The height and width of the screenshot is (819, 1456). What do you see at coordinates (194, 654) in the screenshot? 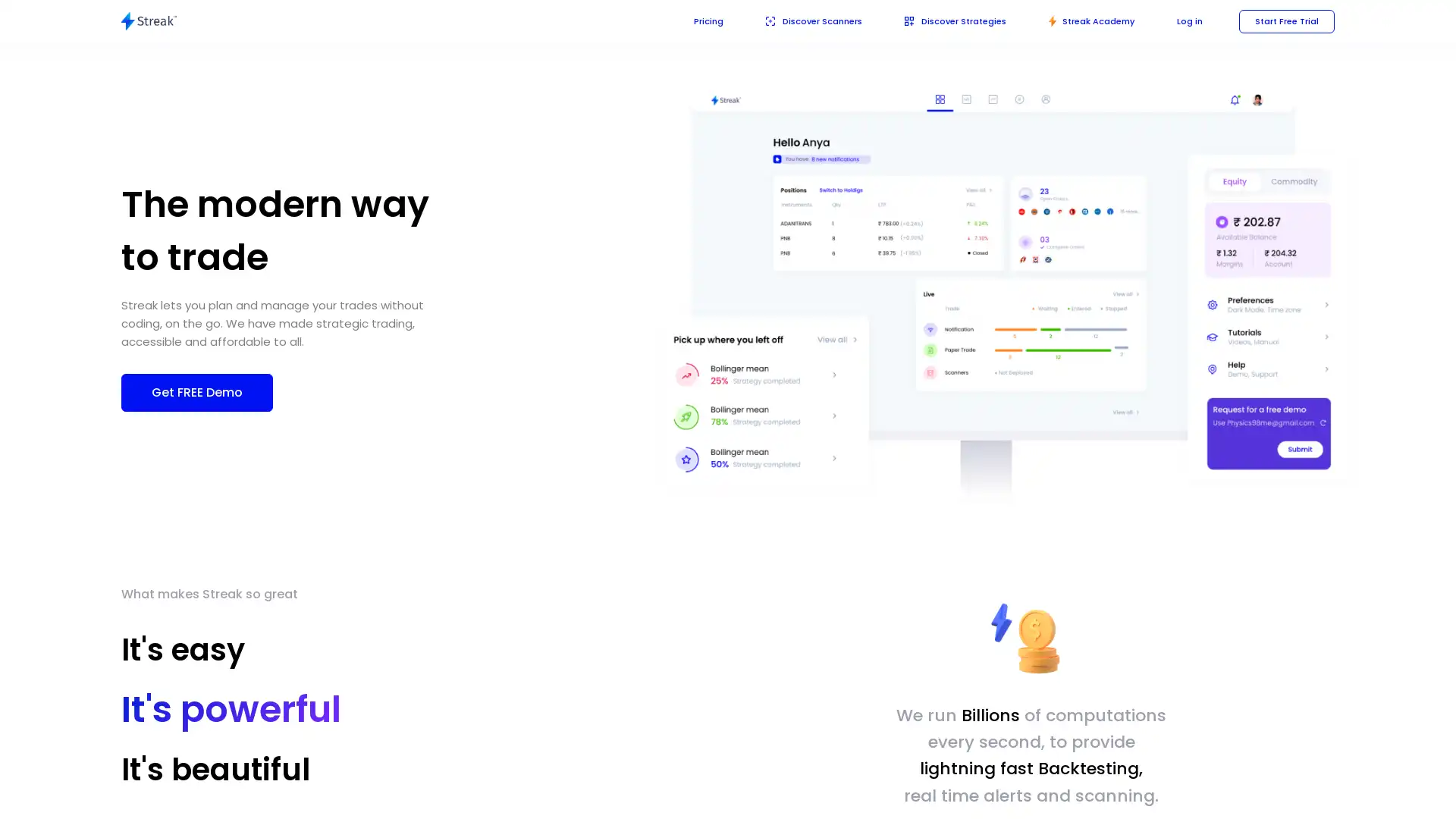
I see `It's easy` at bounding box center [194, 654].